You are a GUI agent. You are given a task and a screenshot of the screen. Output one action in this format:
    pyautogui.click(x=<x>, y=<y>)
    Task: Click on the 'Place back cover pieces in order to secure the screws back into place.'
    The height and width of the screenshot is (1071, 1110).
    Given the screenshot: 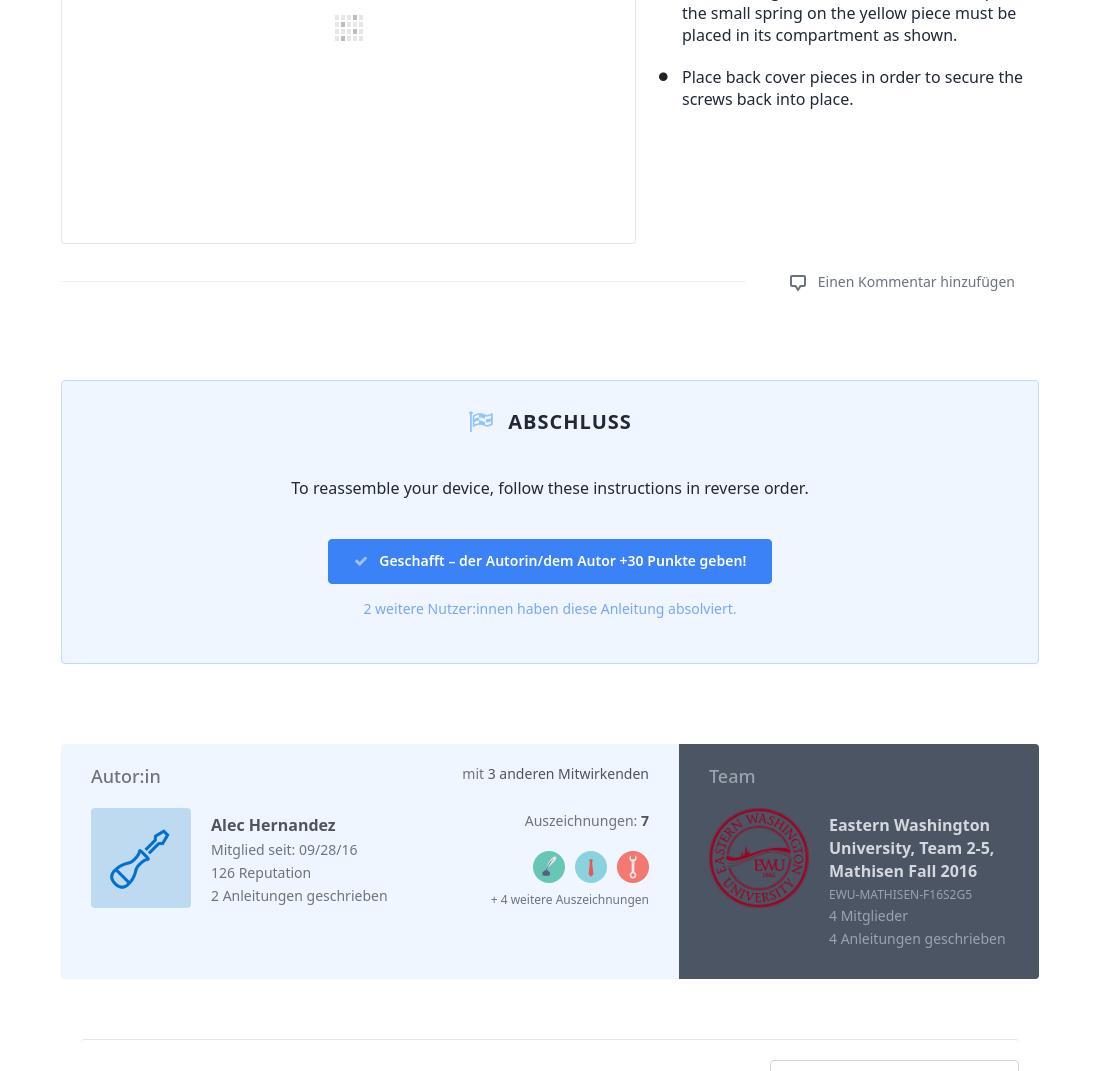 What is the action you would take?
    pyautogui.click(x=851, y=86)
    